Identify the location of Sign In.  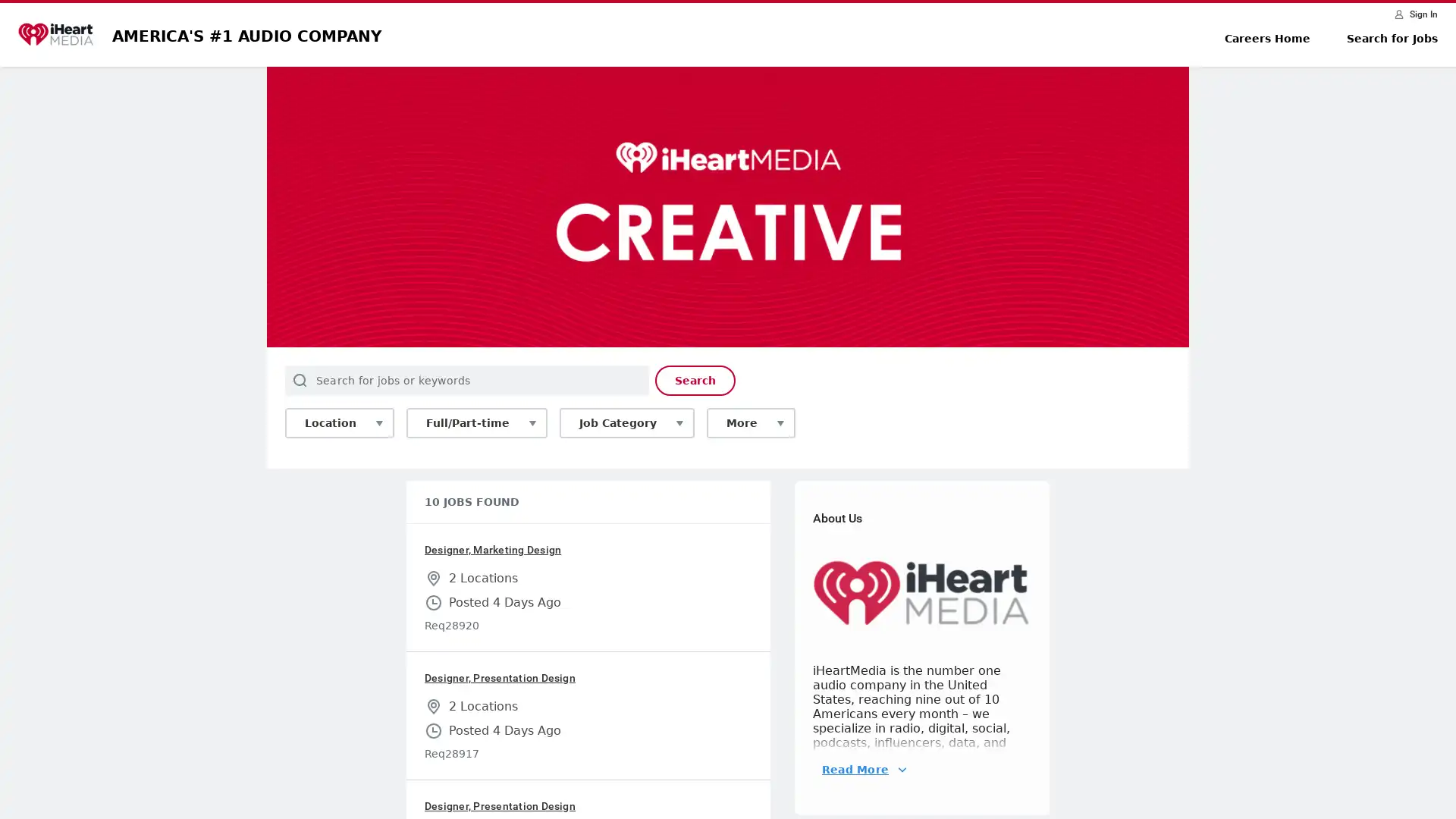
(1414, 14).